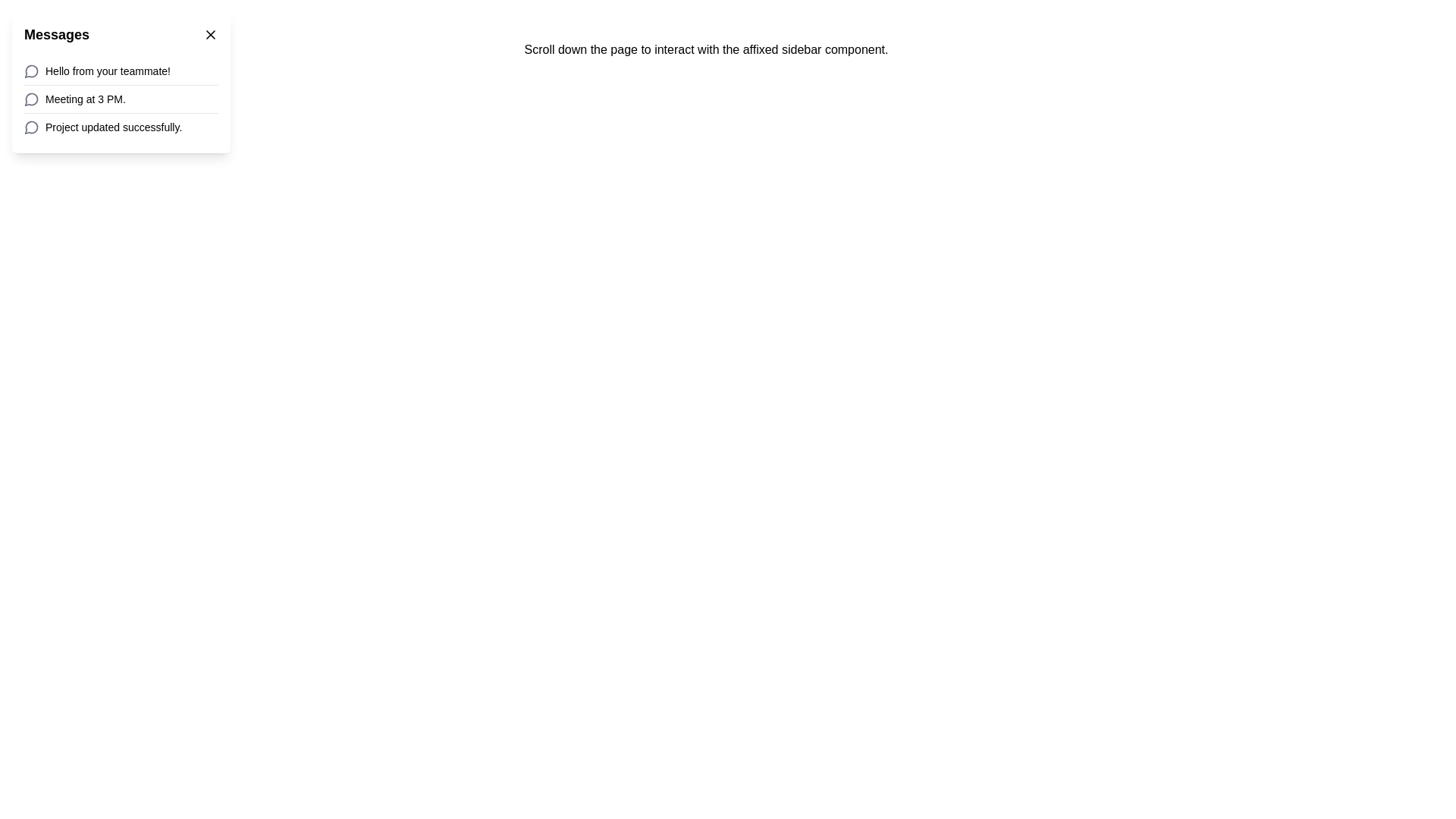 The height and width of the screenshot is (819, 1456). Describe the element at coordinates (32, 127) in the screenshot. I see `the circular speech bubble icon outlined with gray and filled with white, which indicates 'Project updated successfully.'` at that location.